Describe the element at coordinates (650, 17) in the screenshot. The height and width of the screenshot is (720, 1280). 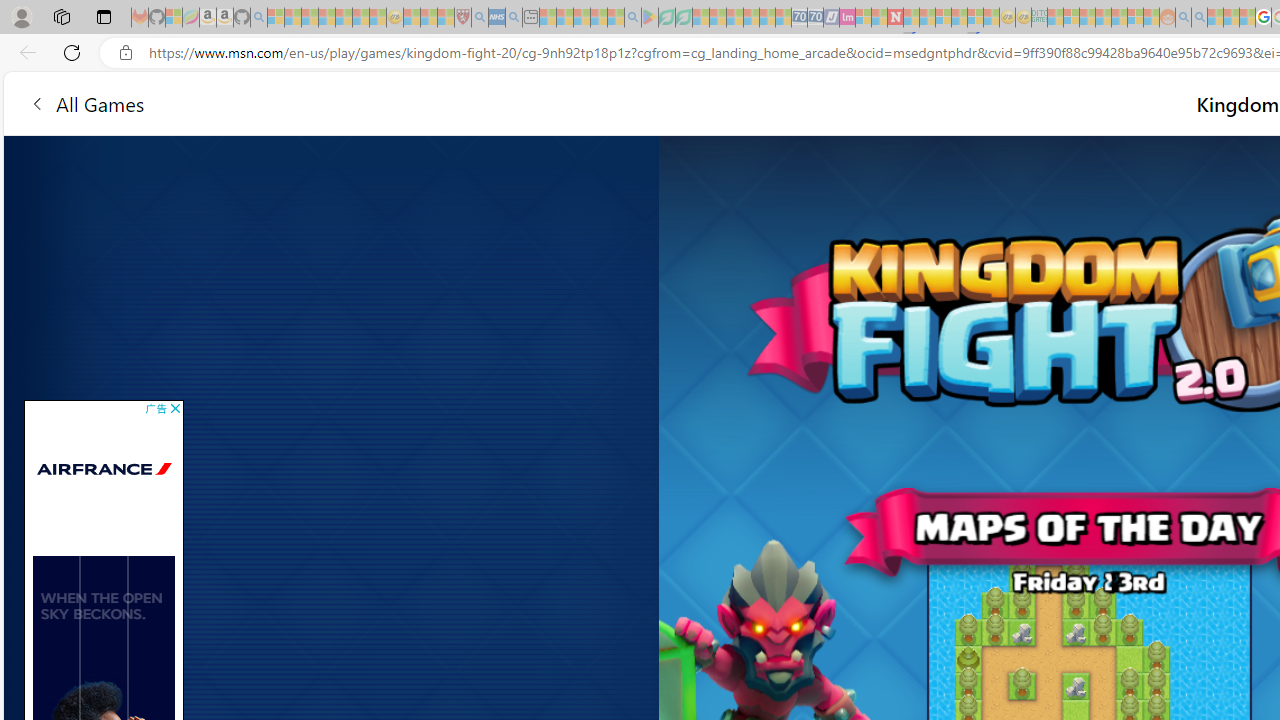
I see `'Bluey: Let'` at that location.